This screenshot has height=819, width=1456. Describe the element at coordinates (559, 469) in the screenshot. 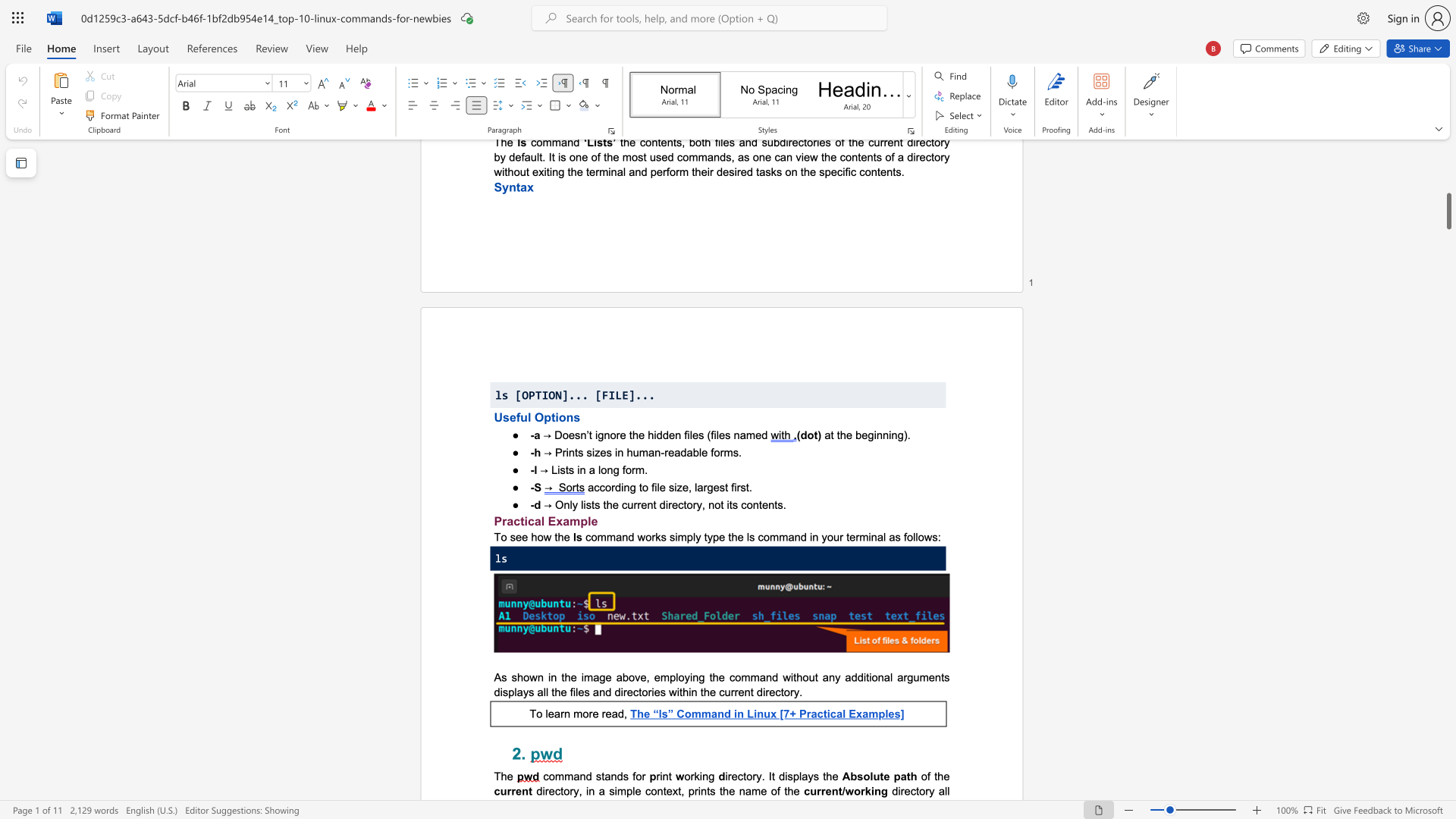

I see `the subset text "sts in a long fo" within the text "→ Lists in a long form."` at that location.